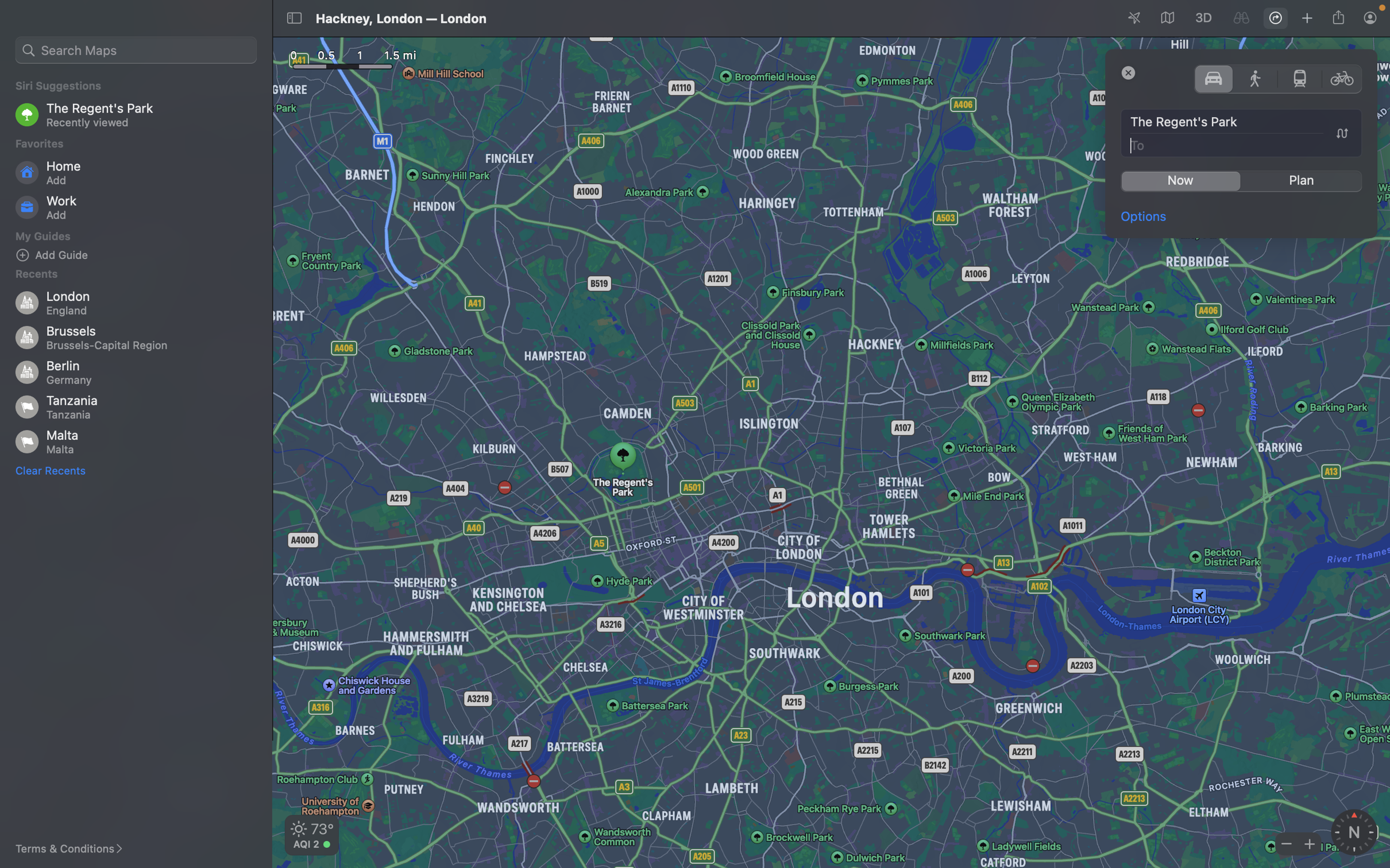 Image resolution: width=1390 pixels, height=868 pixels. What do you see at coordinates (1299, 77) in the screenshot?
I see `your travel preference to public transit` at bounding box center [1299, 77].